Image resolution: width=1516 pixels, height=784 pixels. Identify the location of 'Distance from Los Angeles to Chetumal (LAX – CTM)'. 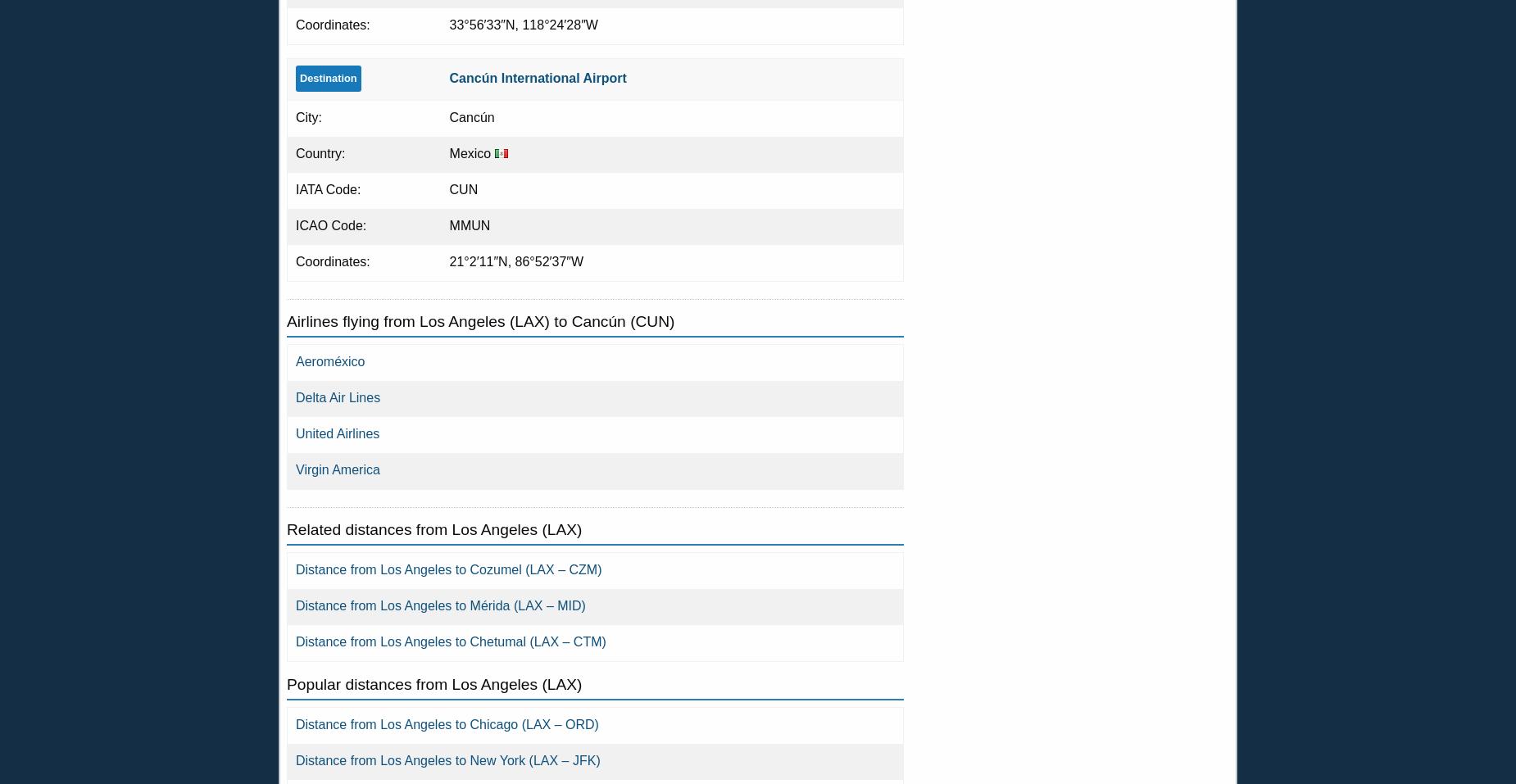
(451, 641).